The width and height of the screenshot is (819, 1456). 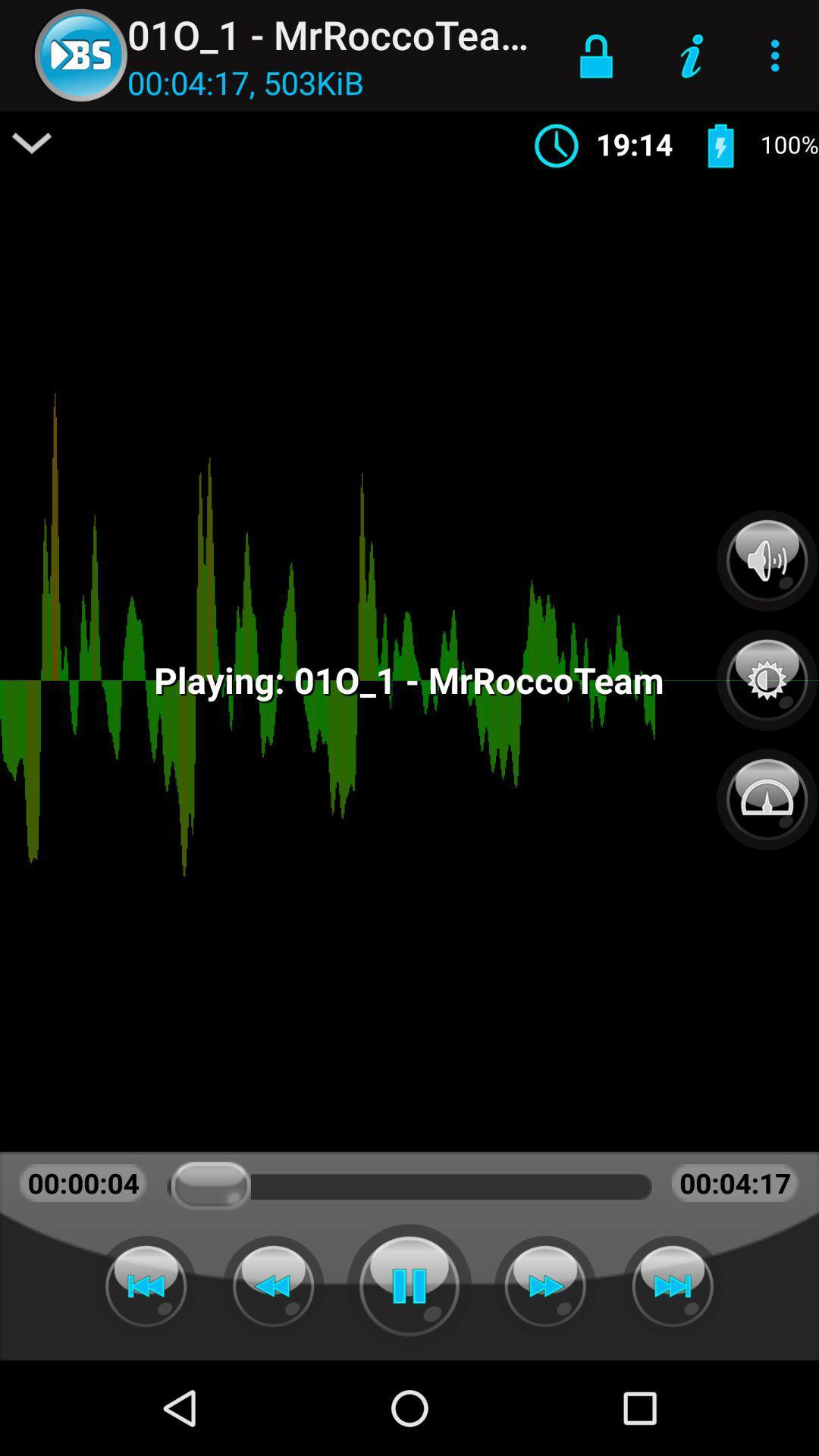 I want to click on speaker button, so click(x=767, y=560).